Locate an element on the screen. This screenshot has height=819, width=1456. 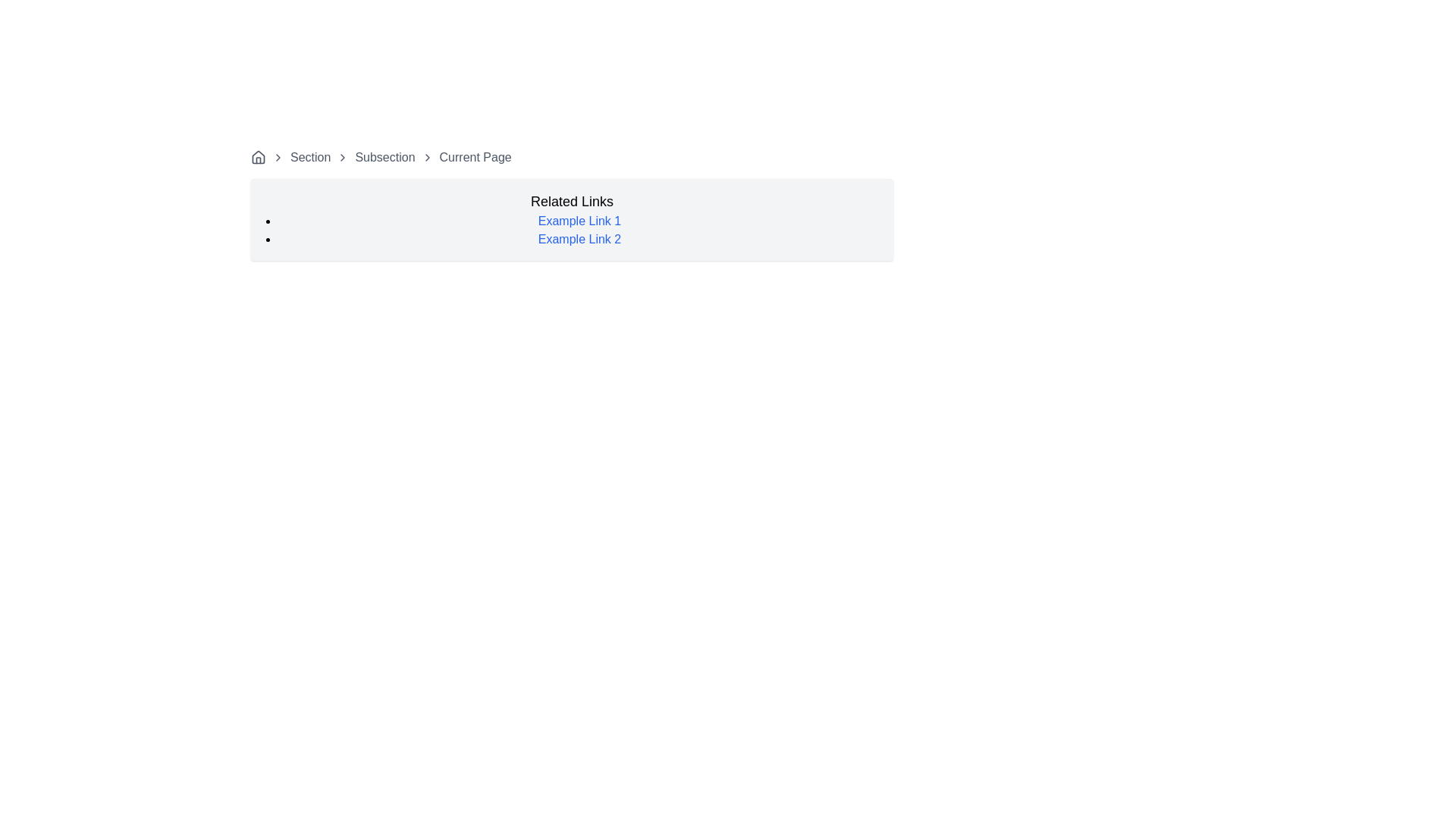
the stylized house icon in the breadcrumb navigation is located at coordinates (258, 157).